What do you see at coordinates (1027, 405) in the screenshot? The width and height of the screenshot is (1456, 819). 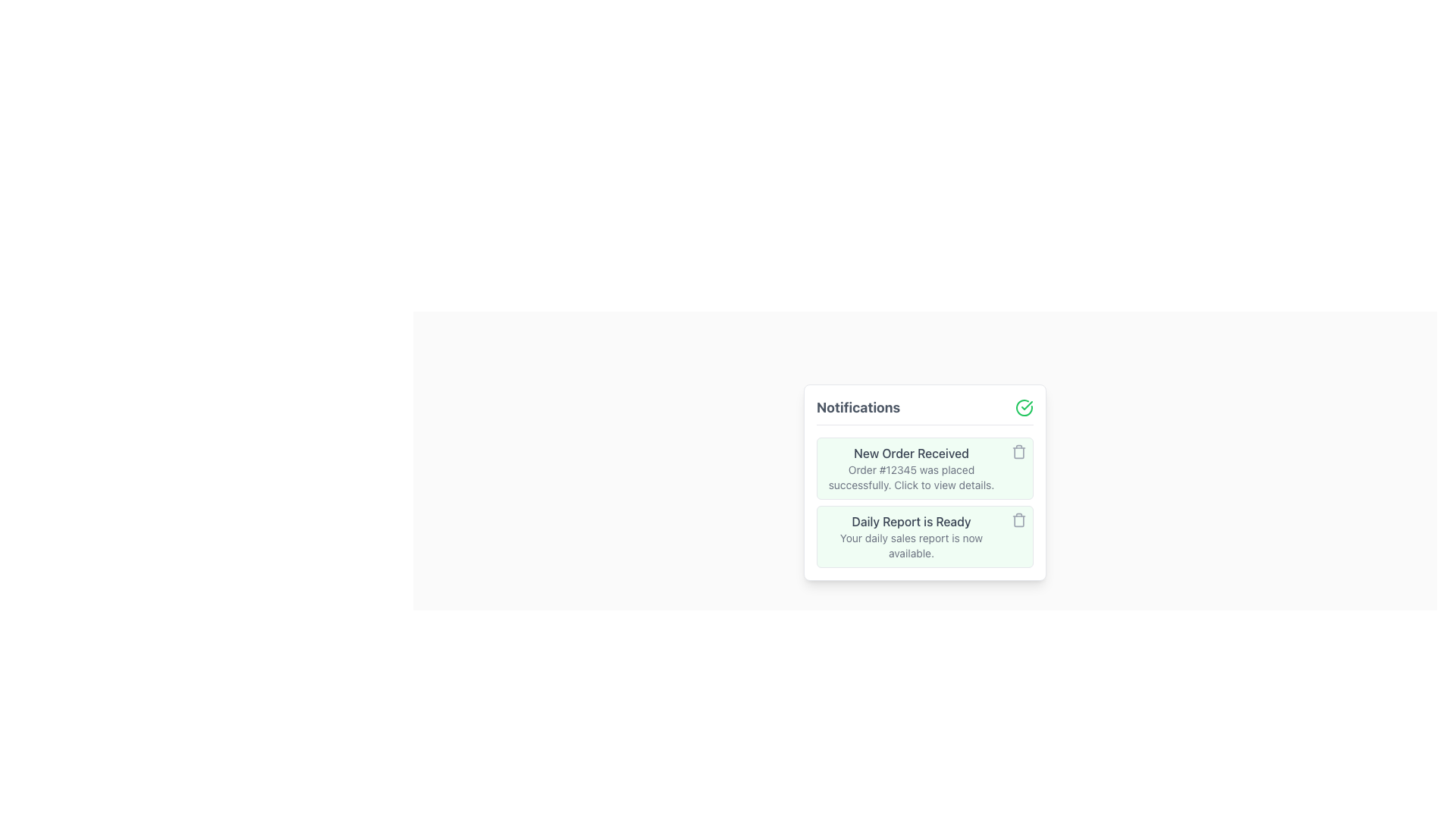 I see `the small green checkmark icon located in the upper-right corner of the notifications pane, which is part of a larger circular icon` at bounding box center [1027, 405].